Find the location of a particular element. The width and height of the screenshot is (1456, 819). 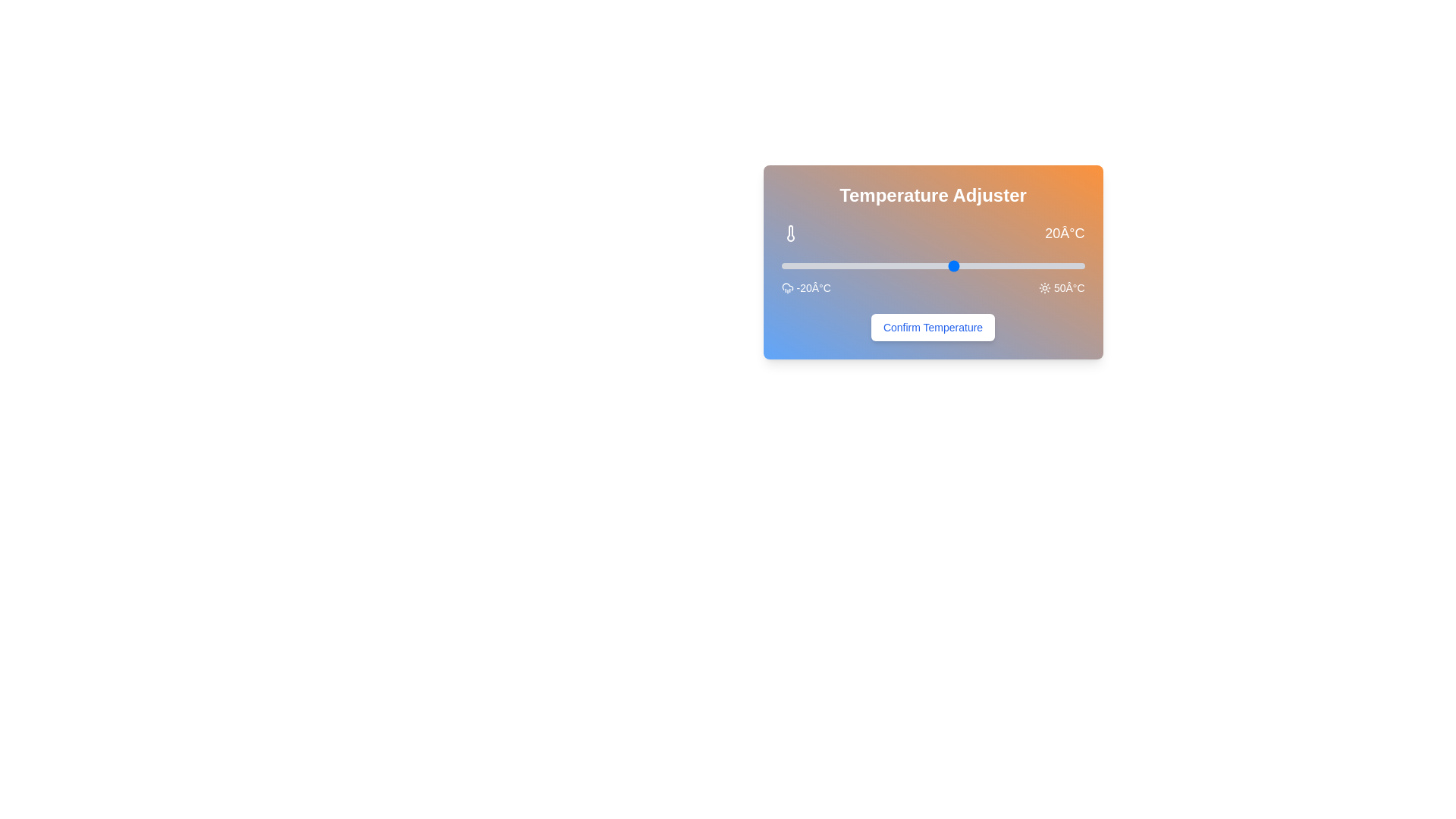

the temperature slider to 11°C is located at coordinates (915, 265).